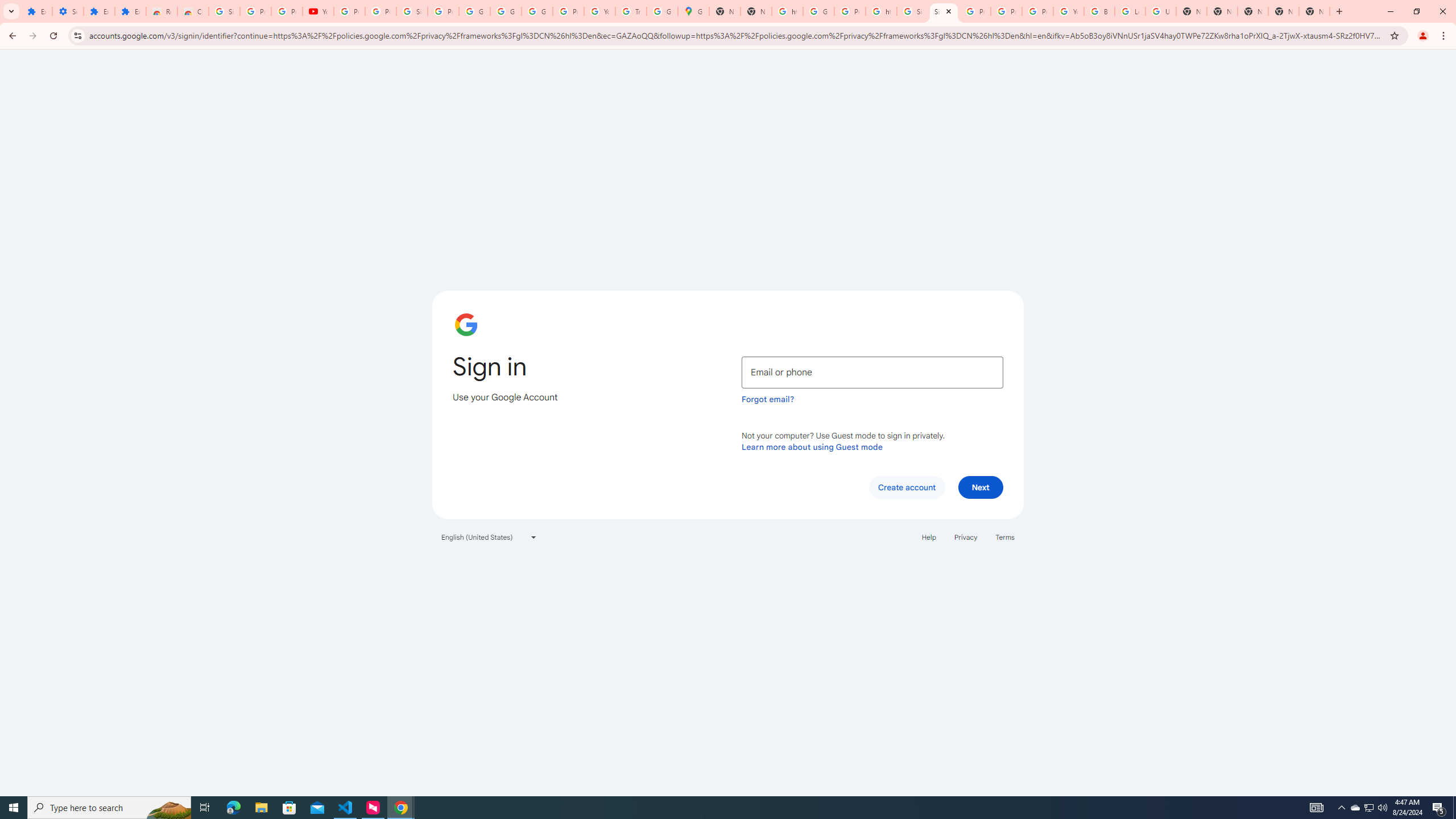 This screenshot has height=819, width=1456. What do you see at coordinates (99, 11) in the screenshot?
I see `'Extensions'` at bounding box center [99, 11].